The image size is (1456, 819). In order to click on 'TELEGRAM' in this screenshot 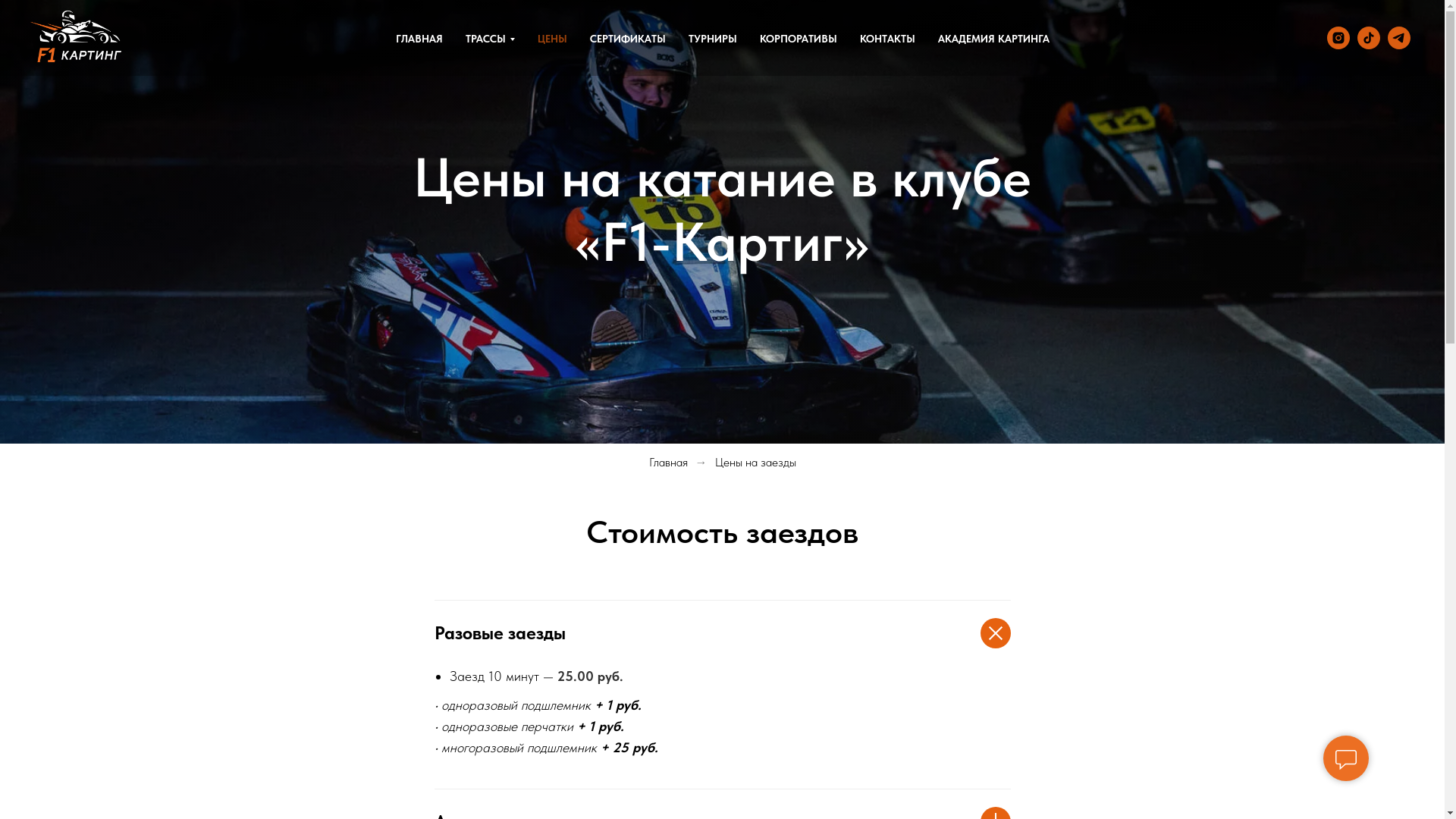, I will do `click(1398, 37)`.